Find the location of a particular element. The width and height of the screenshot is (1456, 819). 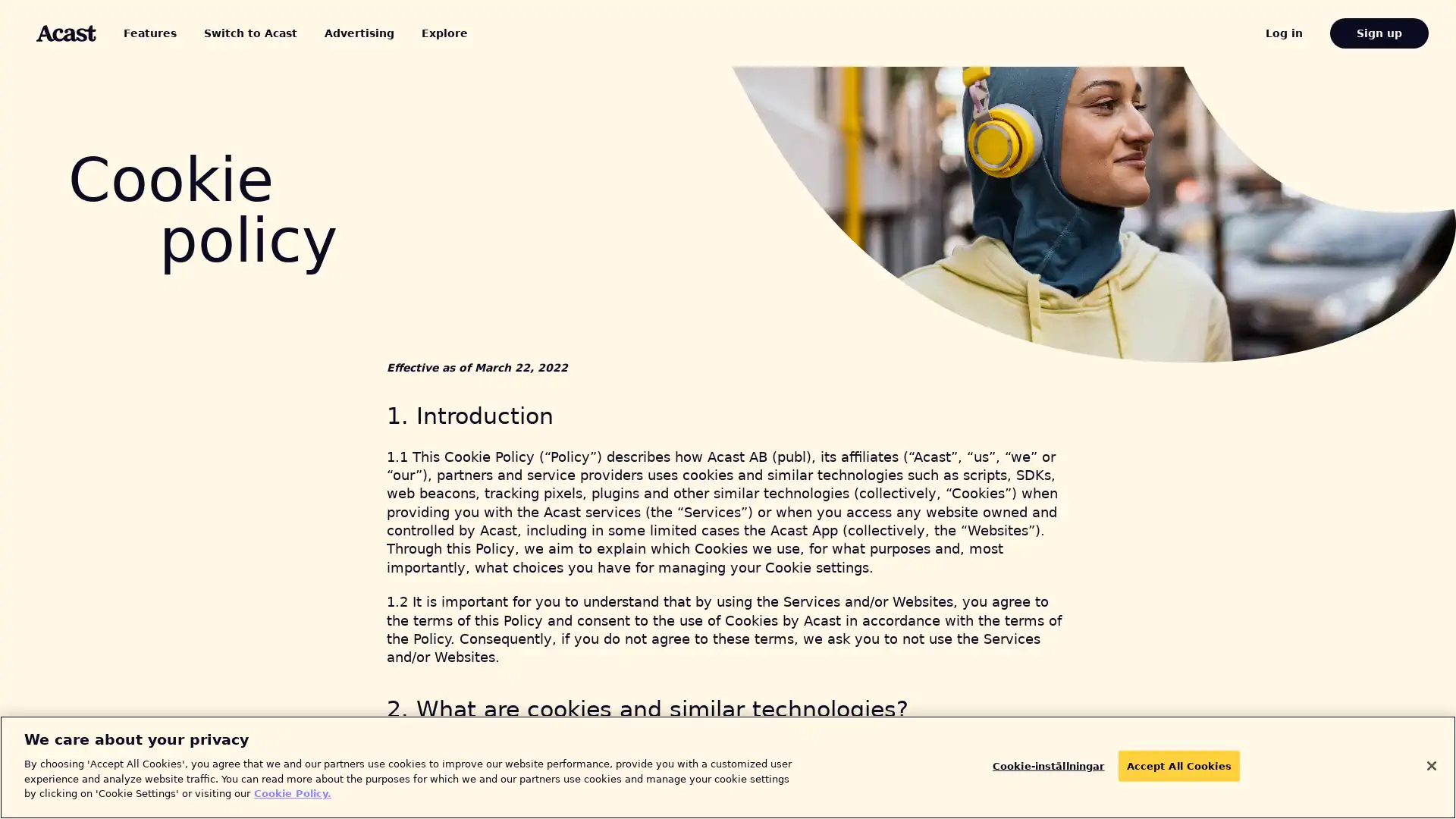

Go to the homepage is located at coordinates (65, 33).